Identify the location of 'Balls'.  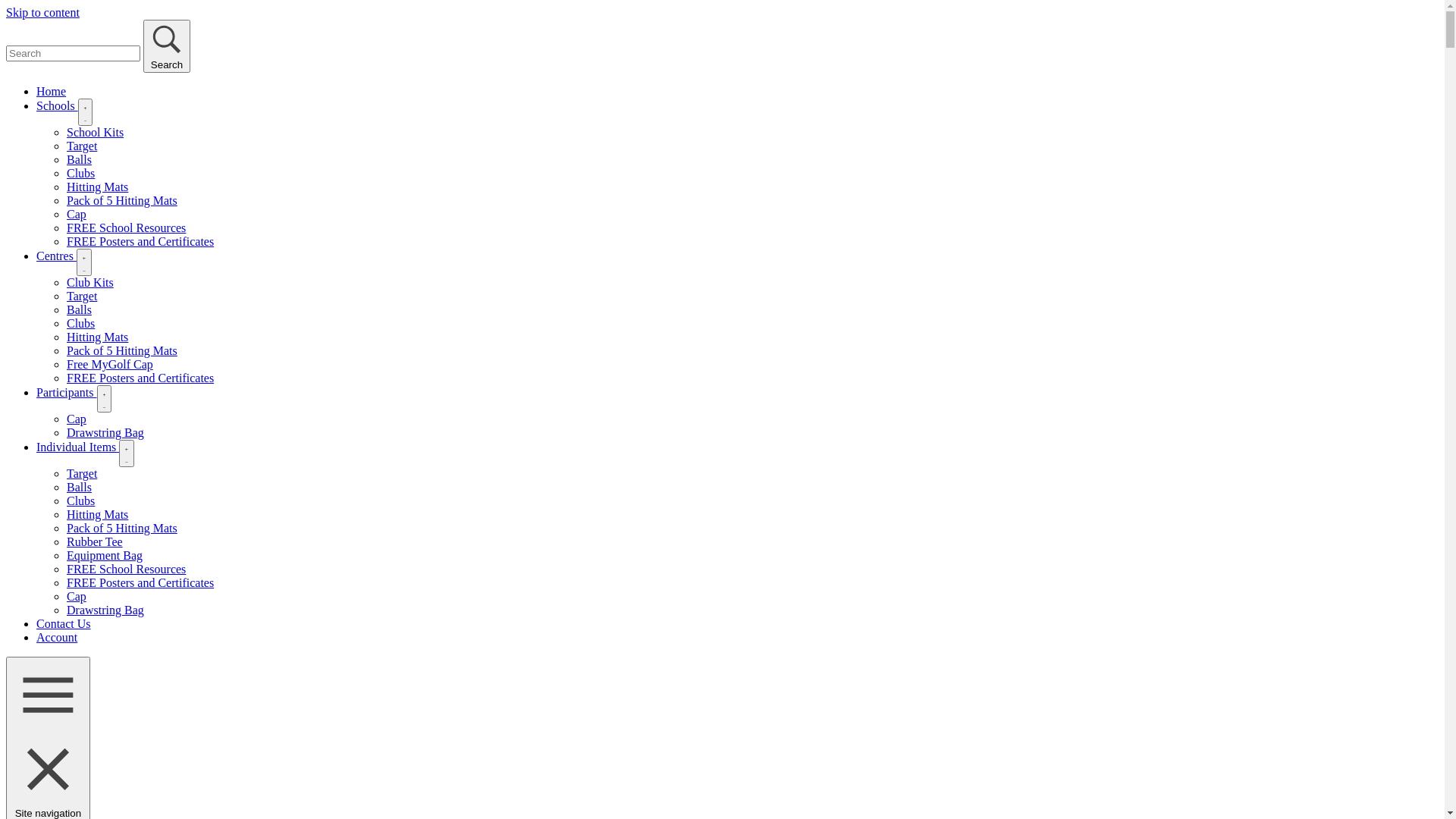
(78, 487).